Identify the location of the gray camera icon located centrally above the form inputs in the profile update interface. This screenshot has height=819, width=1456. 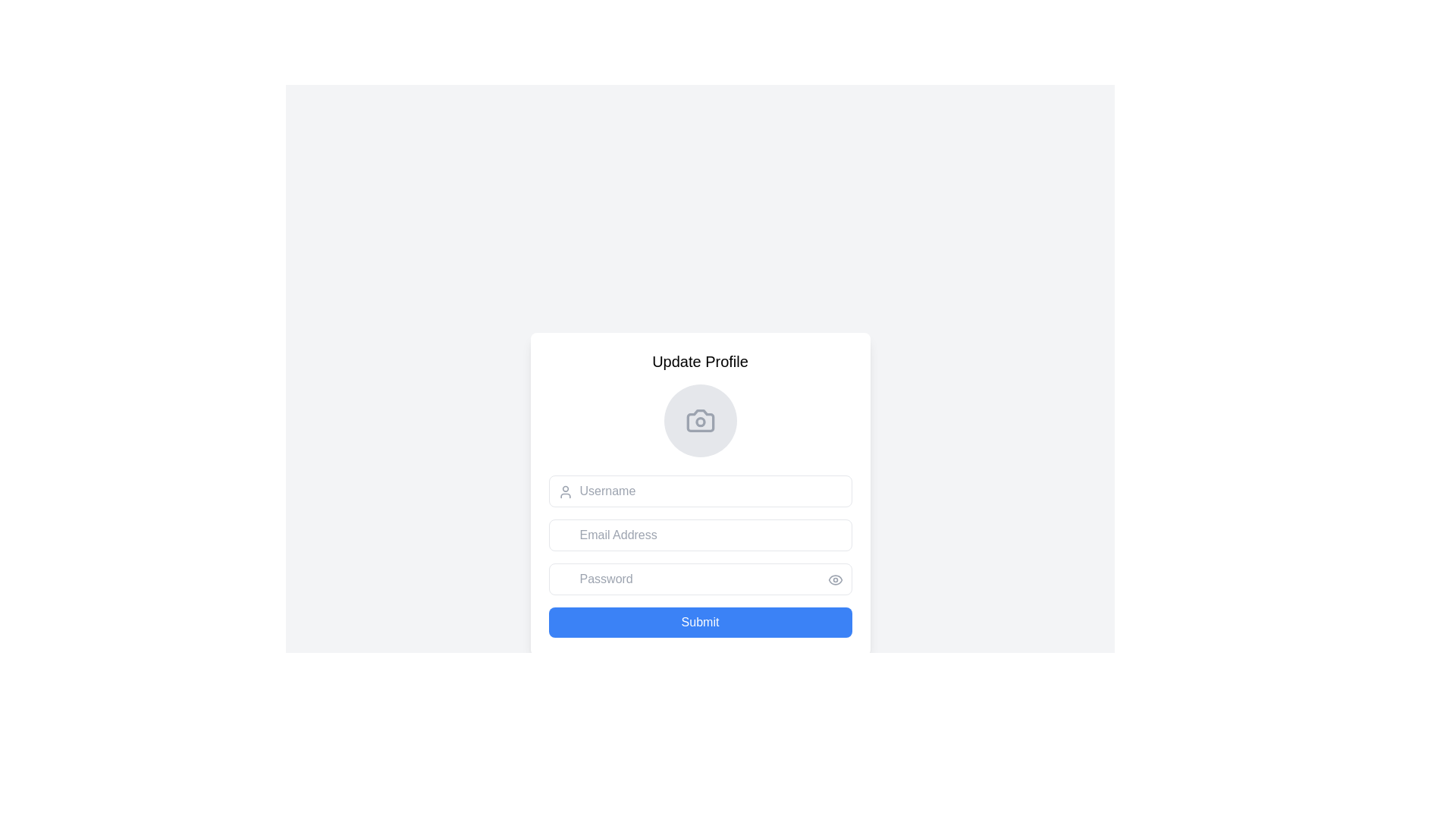
(699, 421).